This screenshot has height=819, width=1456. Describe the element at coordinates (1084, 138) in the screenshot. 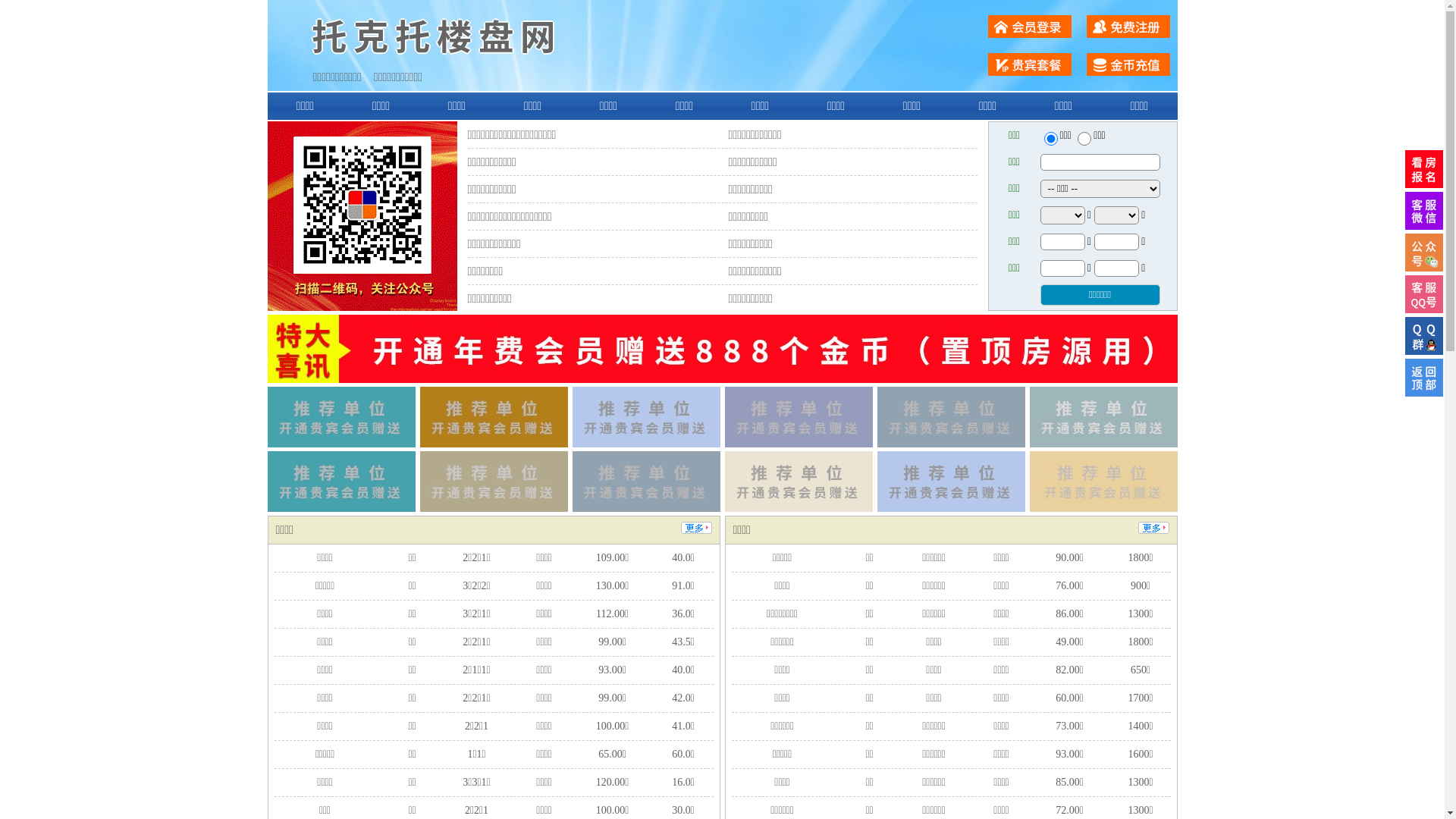

I see `'chuzu'` at that location.